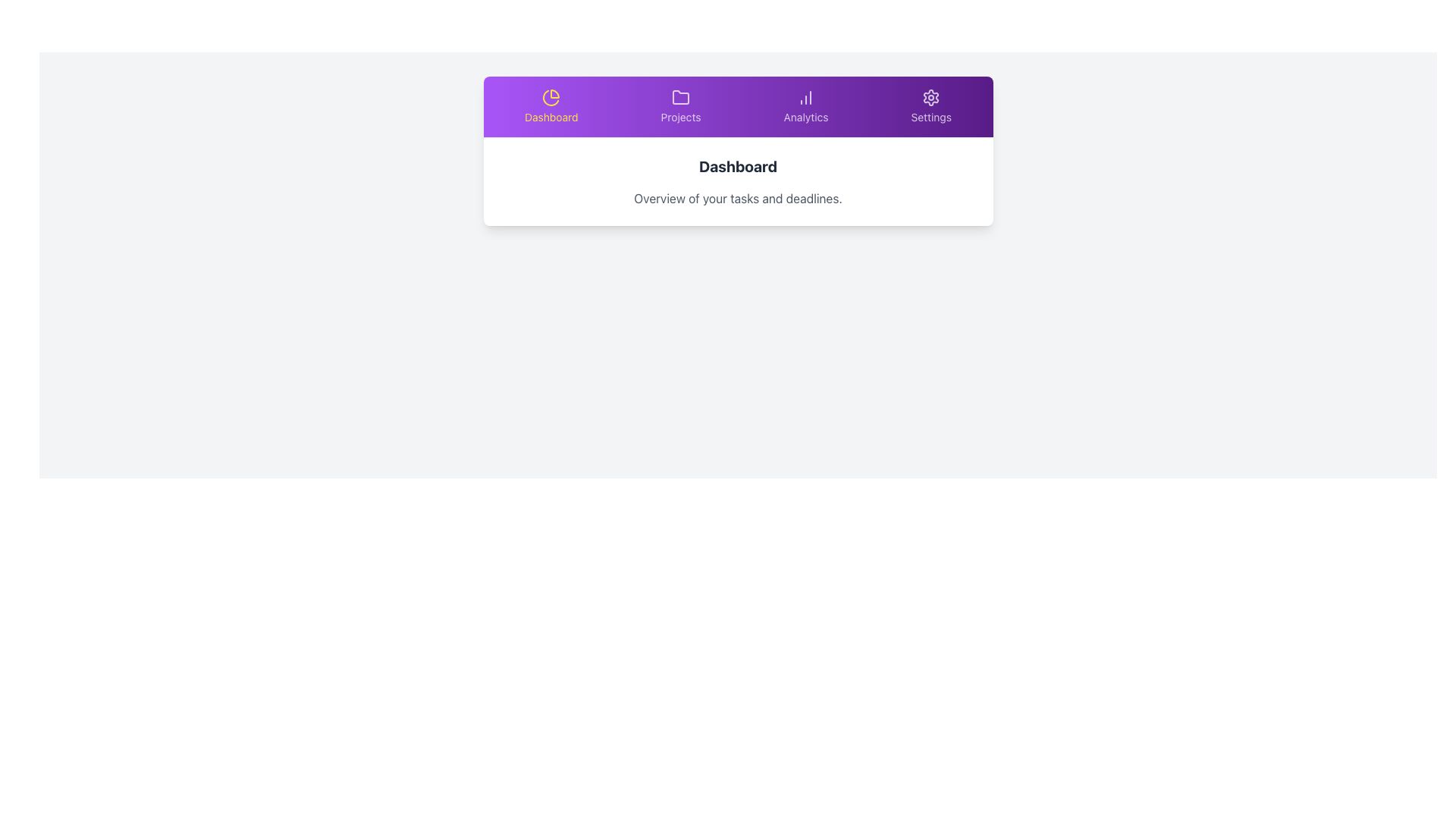 The image size is (1456, 819). Describe the element at coordinates (551, 97) in the screenshot. I see `the circular pie chart icon in the top navigation bar` at that location.